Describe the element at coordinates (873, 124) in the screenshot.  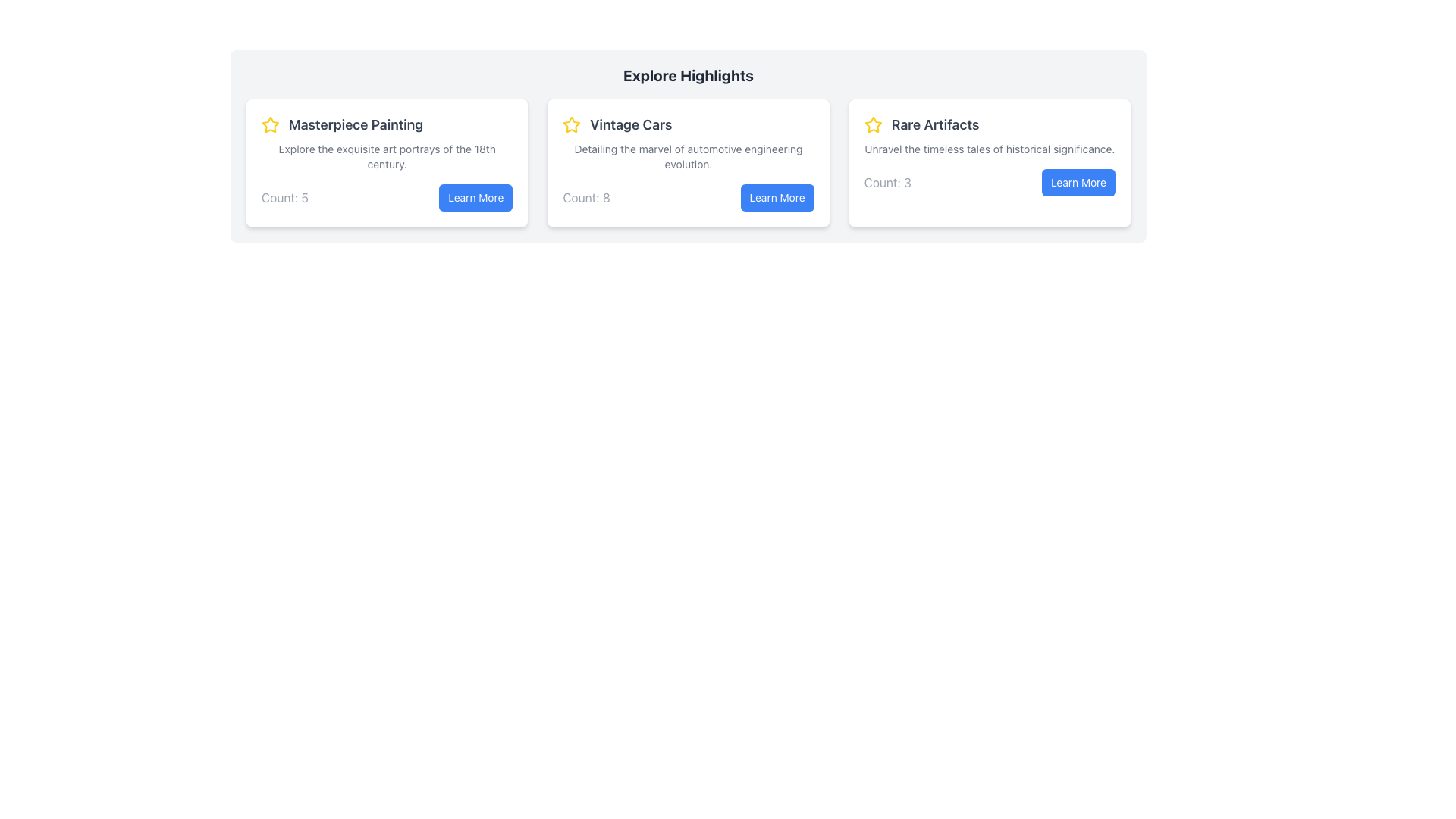
I see `the star icon located to the left of the 'Rare Artifacts' text, which signifies special association with the content` at that location.